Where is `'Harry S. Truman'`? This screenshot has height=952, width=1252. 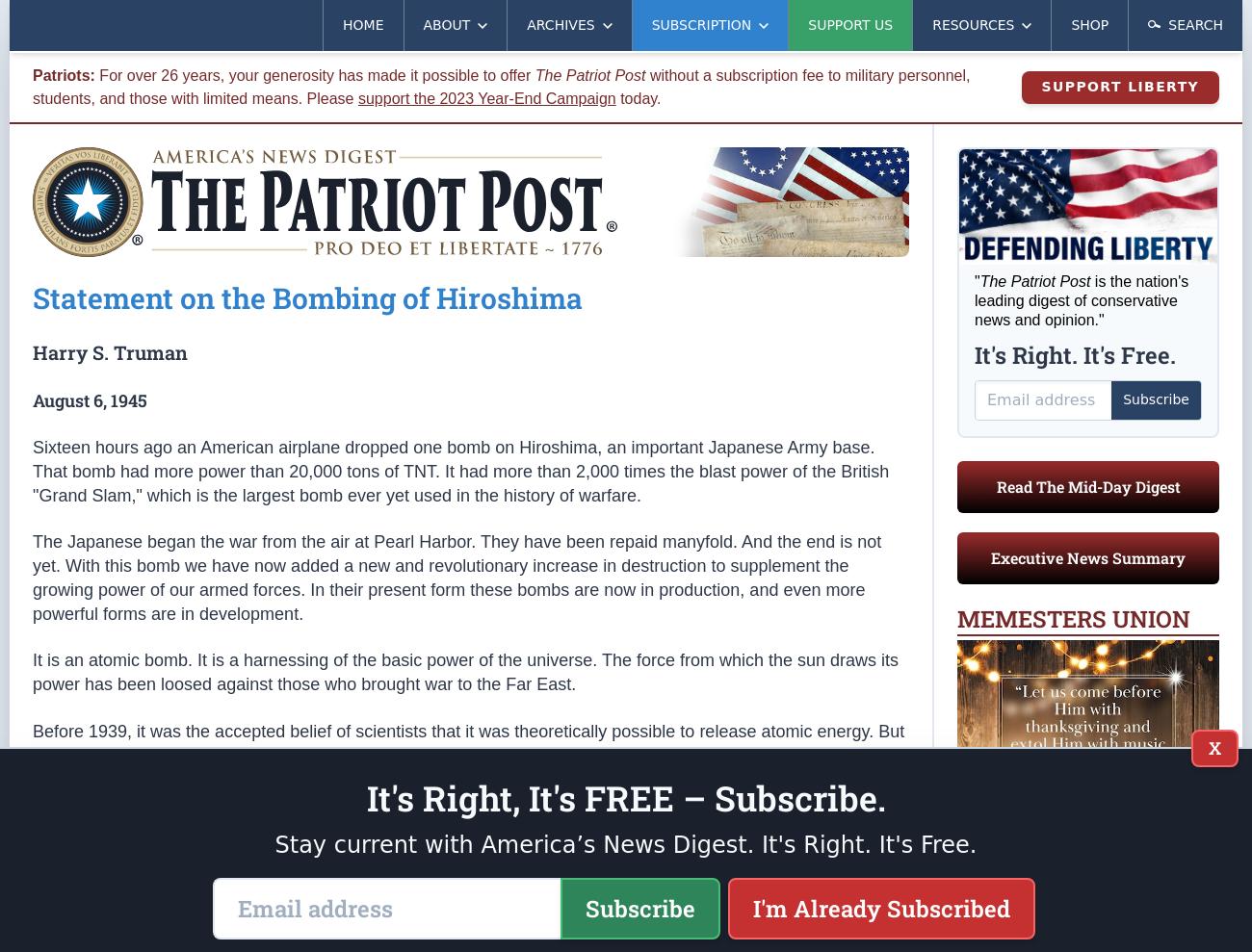 'Harry S. Truman' is located at coordinates (109, 350).